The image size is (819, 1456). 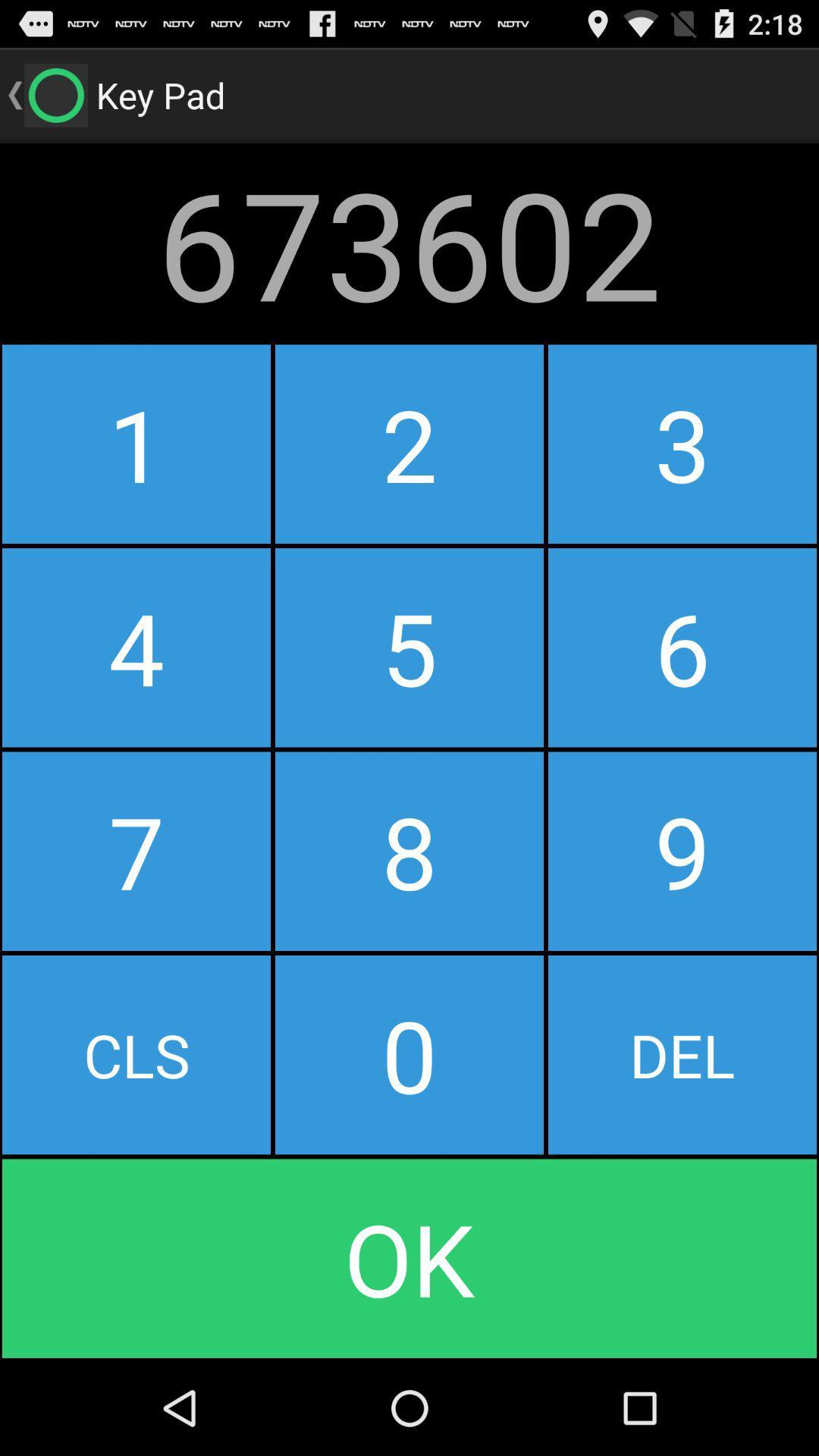 I want to click on the button to the left of 3 icon, so click(x=409, y=648).